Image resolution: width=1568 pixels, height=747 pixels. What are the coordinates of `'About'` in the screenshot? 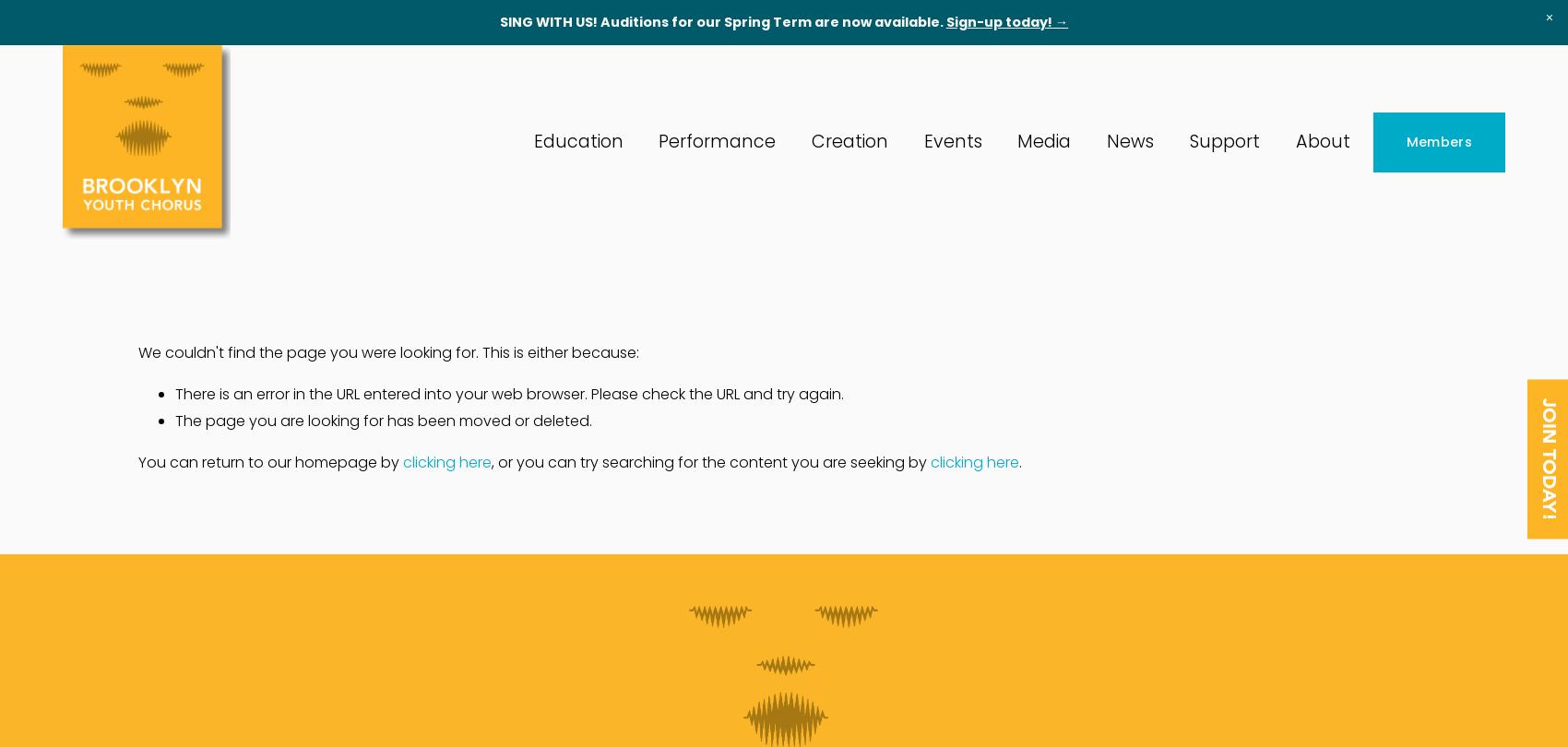 It's located at (1321, 141).